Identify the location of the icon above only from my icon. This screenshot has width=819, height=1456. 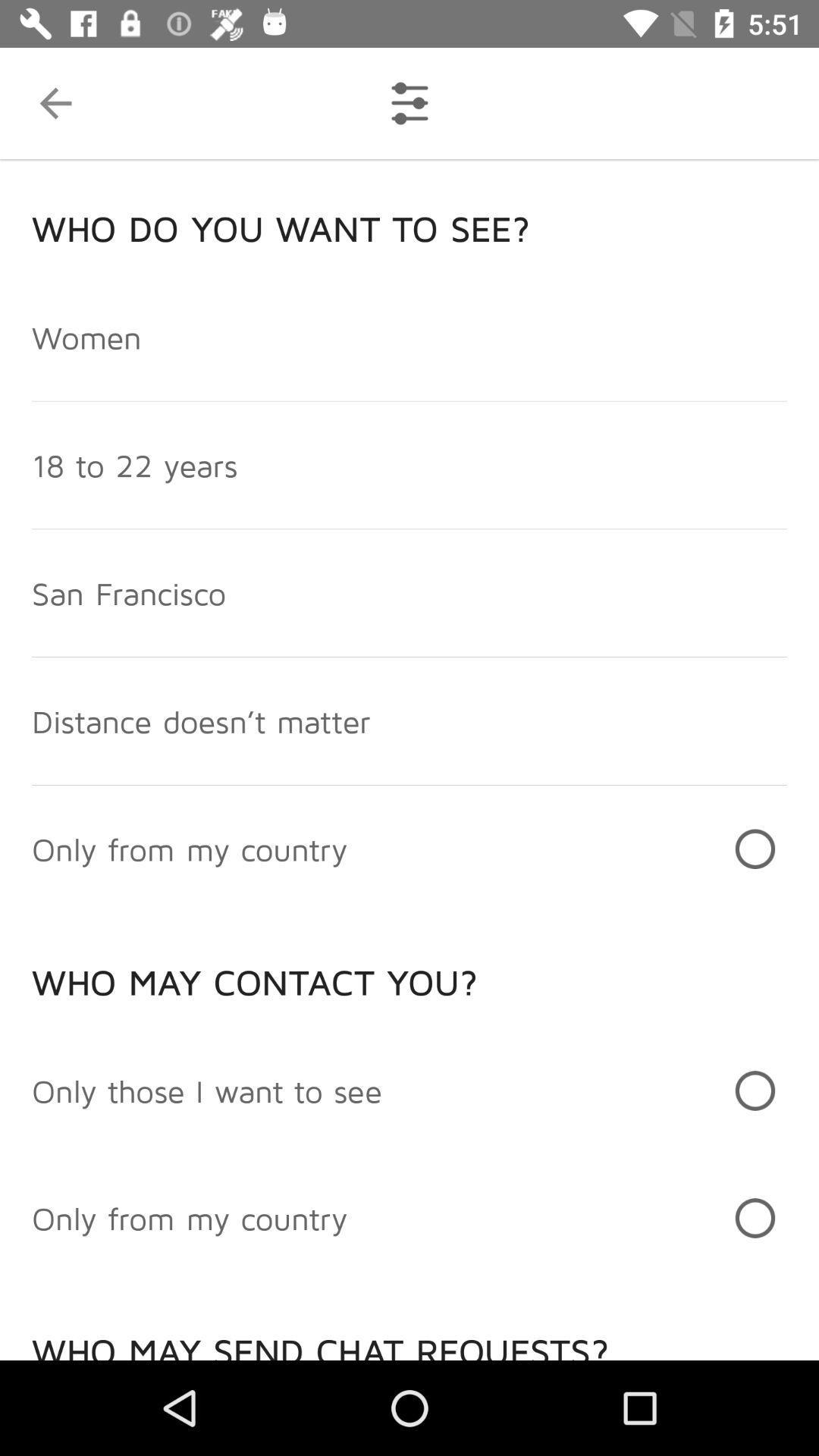
(207, 1090).